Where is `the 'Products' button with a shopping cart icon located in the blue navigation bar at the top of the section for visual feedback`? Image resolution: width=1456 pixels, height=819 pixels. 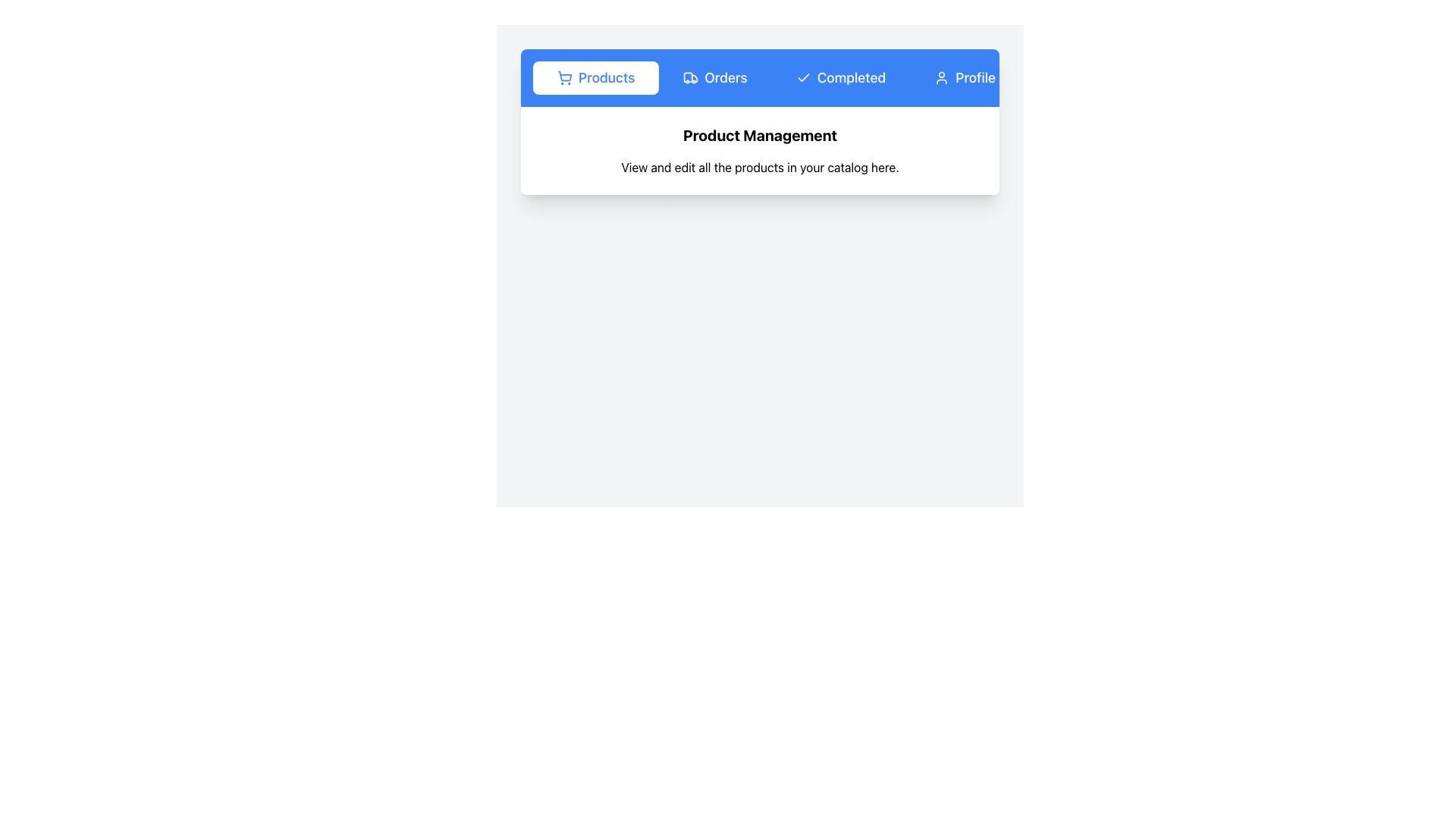
the 'Products' button with a shopping cart icon located in the blue navigation bar at the top of the section for visual feedback is located at coordinates (595, 78).